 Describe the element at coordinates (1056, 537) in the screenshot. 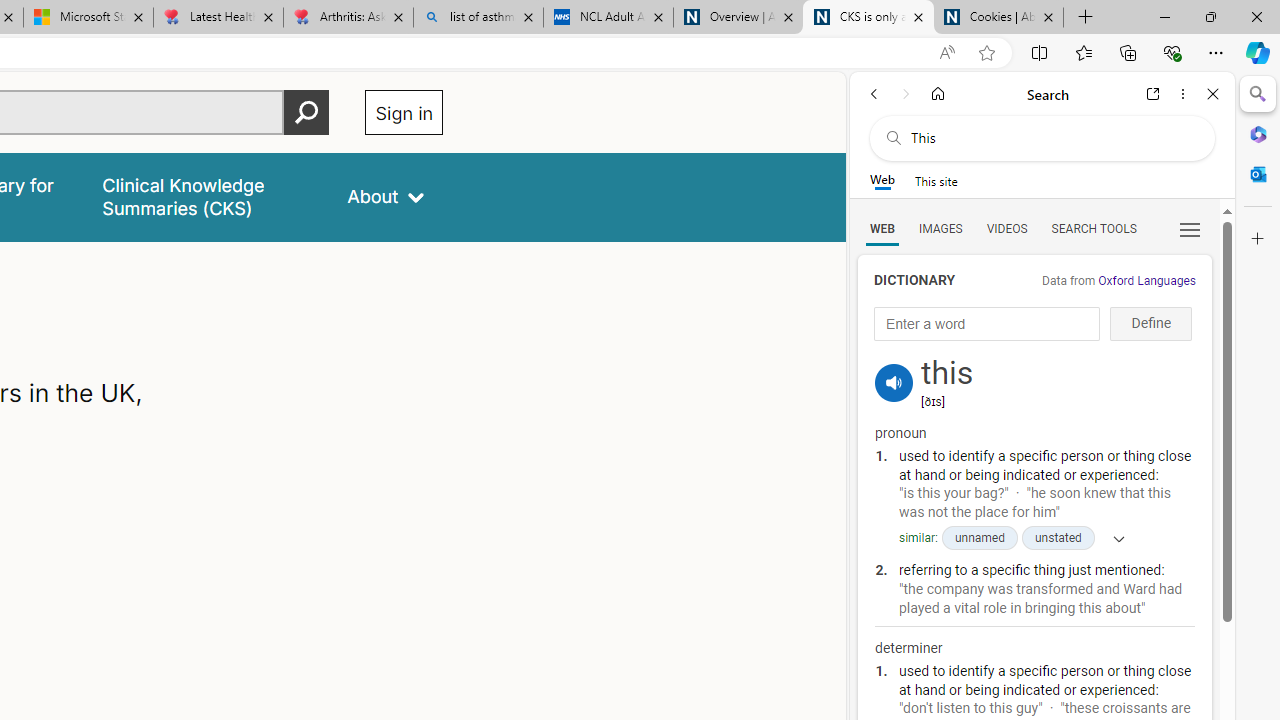

I see `'unstated'` at that location.